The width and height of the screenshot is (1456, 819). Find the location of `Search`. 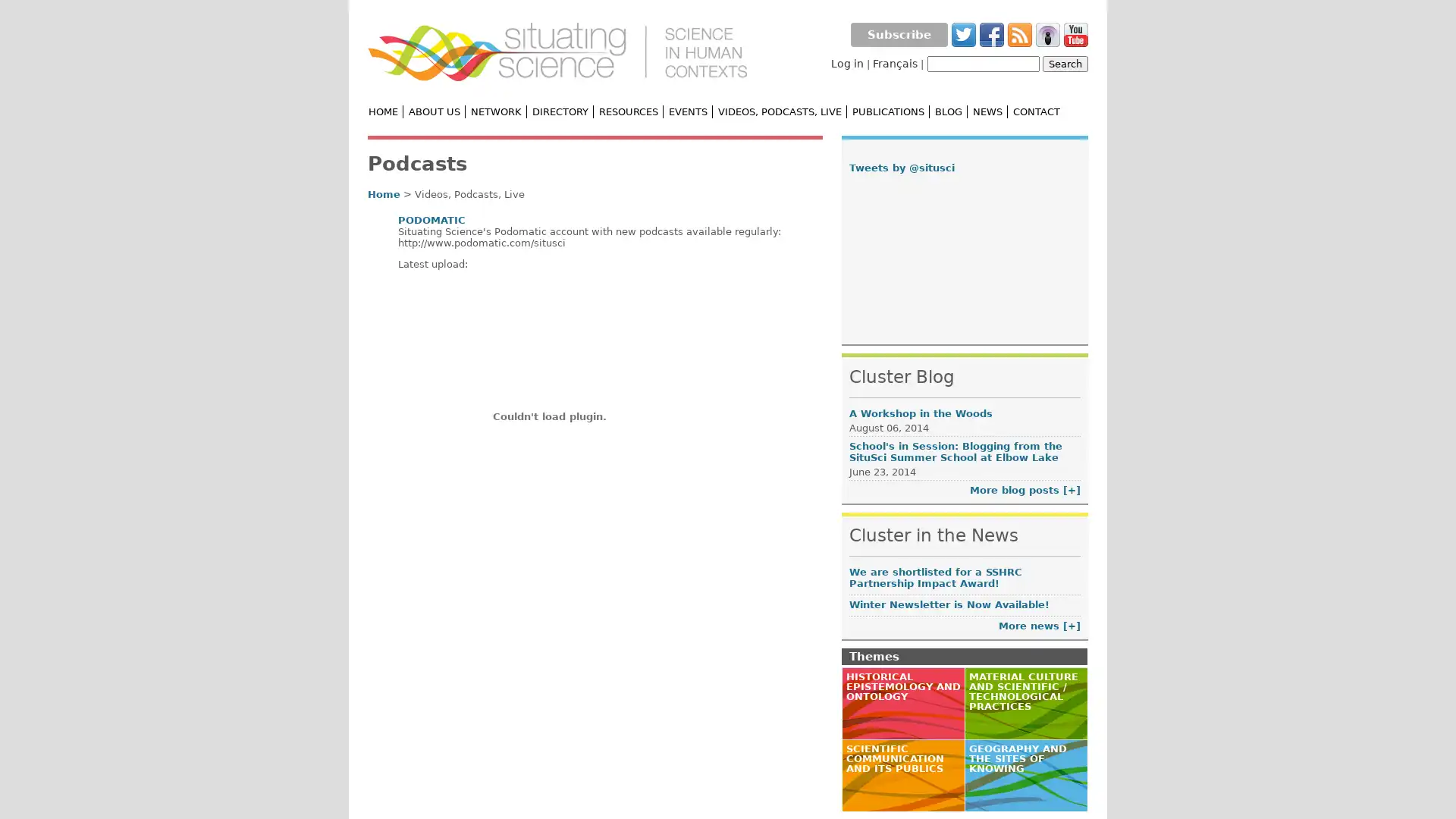

Search is located at coordinates (1065, 63).